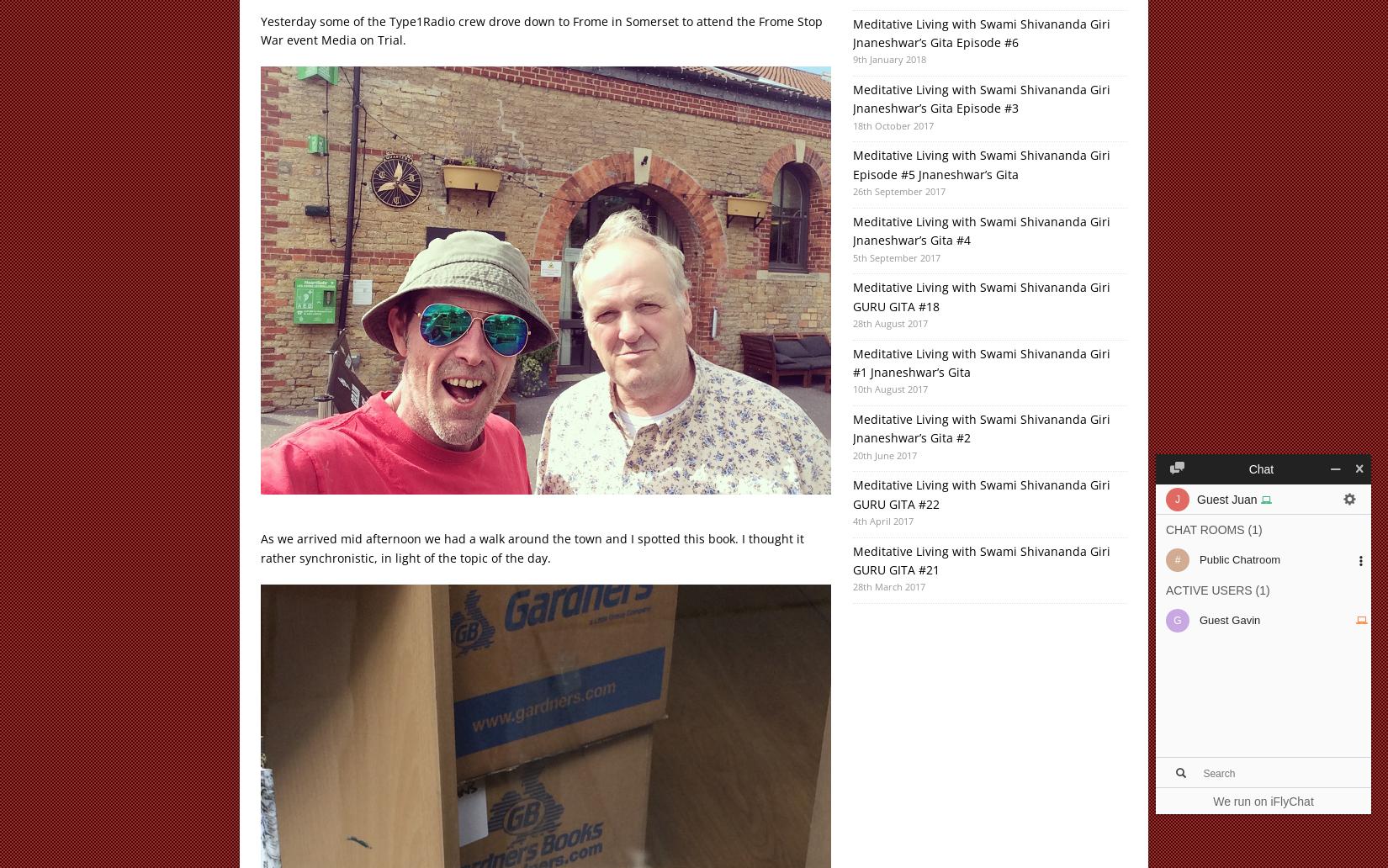  What do you see at coordinates (981, 33) in the screenshot?
I see `'Meditative Living with Swami Shivananda Giri Jnaneshwar’s Gita Episode #6'` at bounding box center [981, 33].